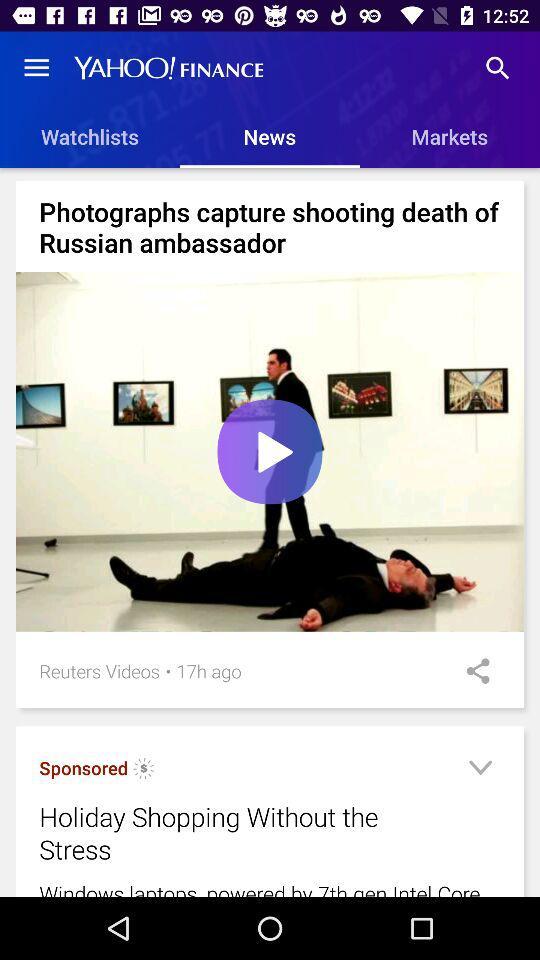  What do you see at coordinates (167, 671) in the screenshot?
I see `the icon next to reuters videos icon` at bounding box center [167, 671].